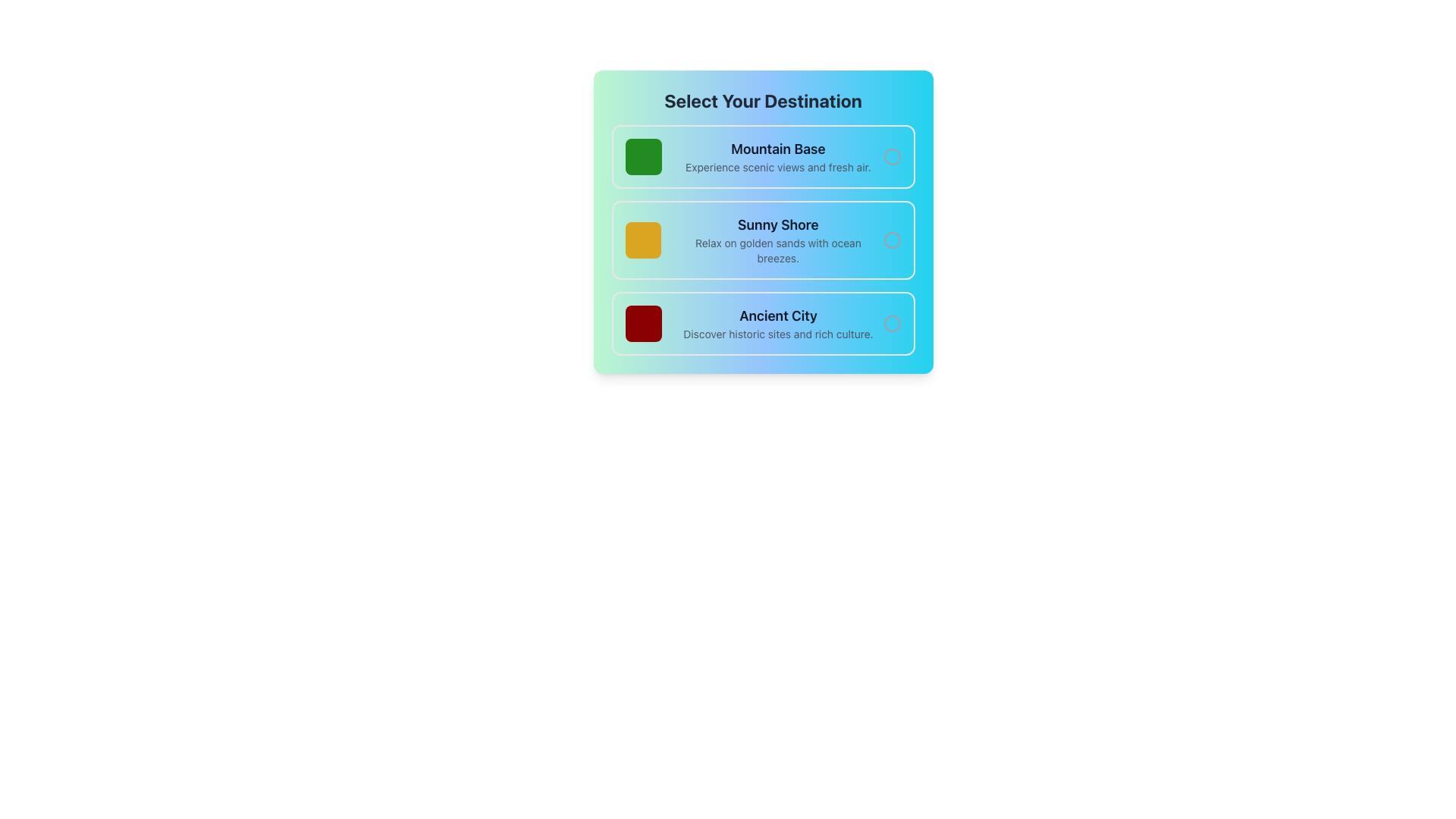  I want to click on the text label that states 'Experience scenic views and fresh air.' located below the 'Mountain Base' header in the selection card, so click(778, 167).